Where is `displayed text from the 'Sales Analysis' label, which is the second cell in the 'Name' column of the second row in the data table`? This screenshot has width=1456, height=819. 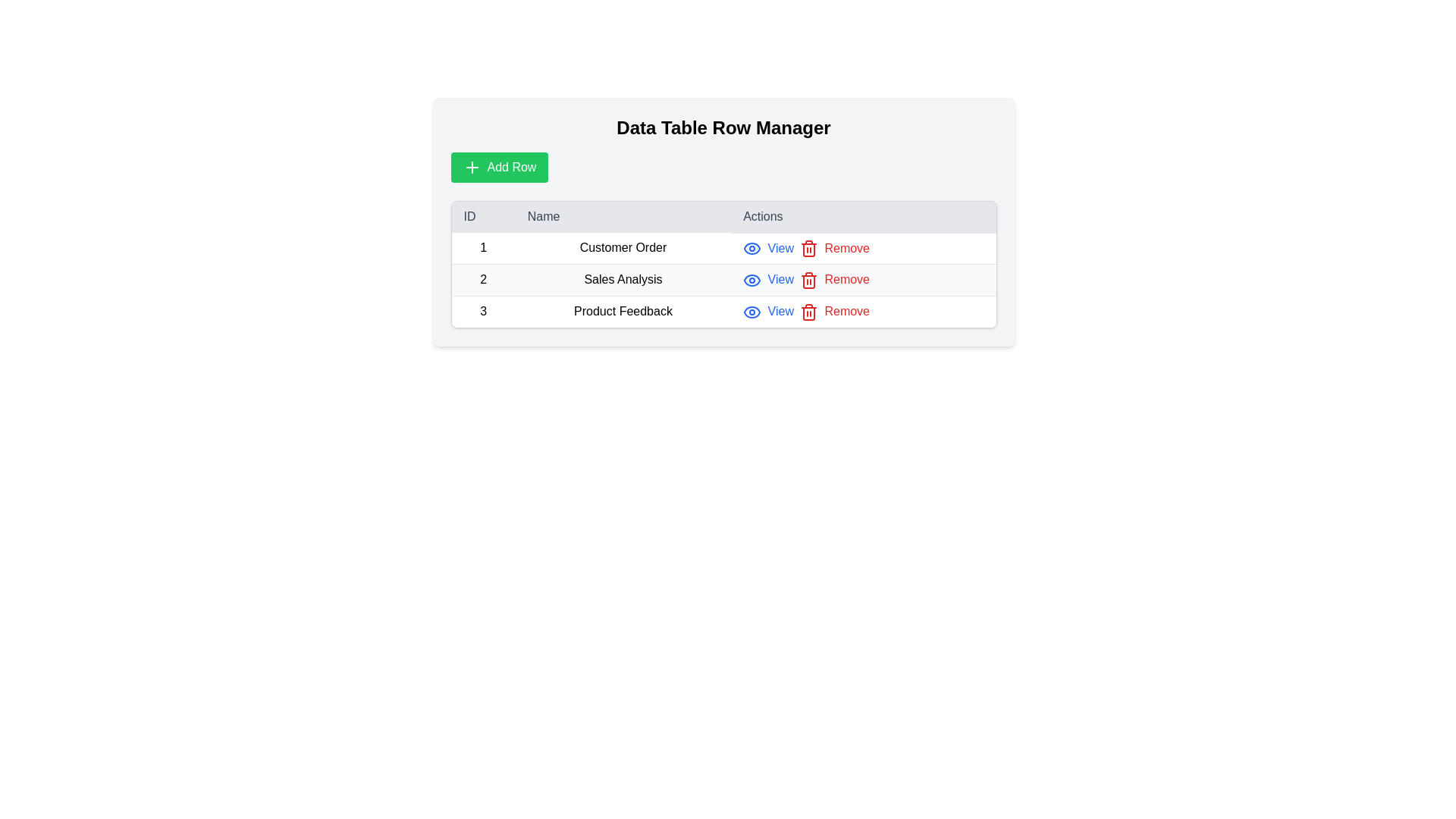
displayed text from the 'Sales Analysis' label, which is the second cell in the 'Name' column of the second row in the data table is located at coordinates (623, 280).